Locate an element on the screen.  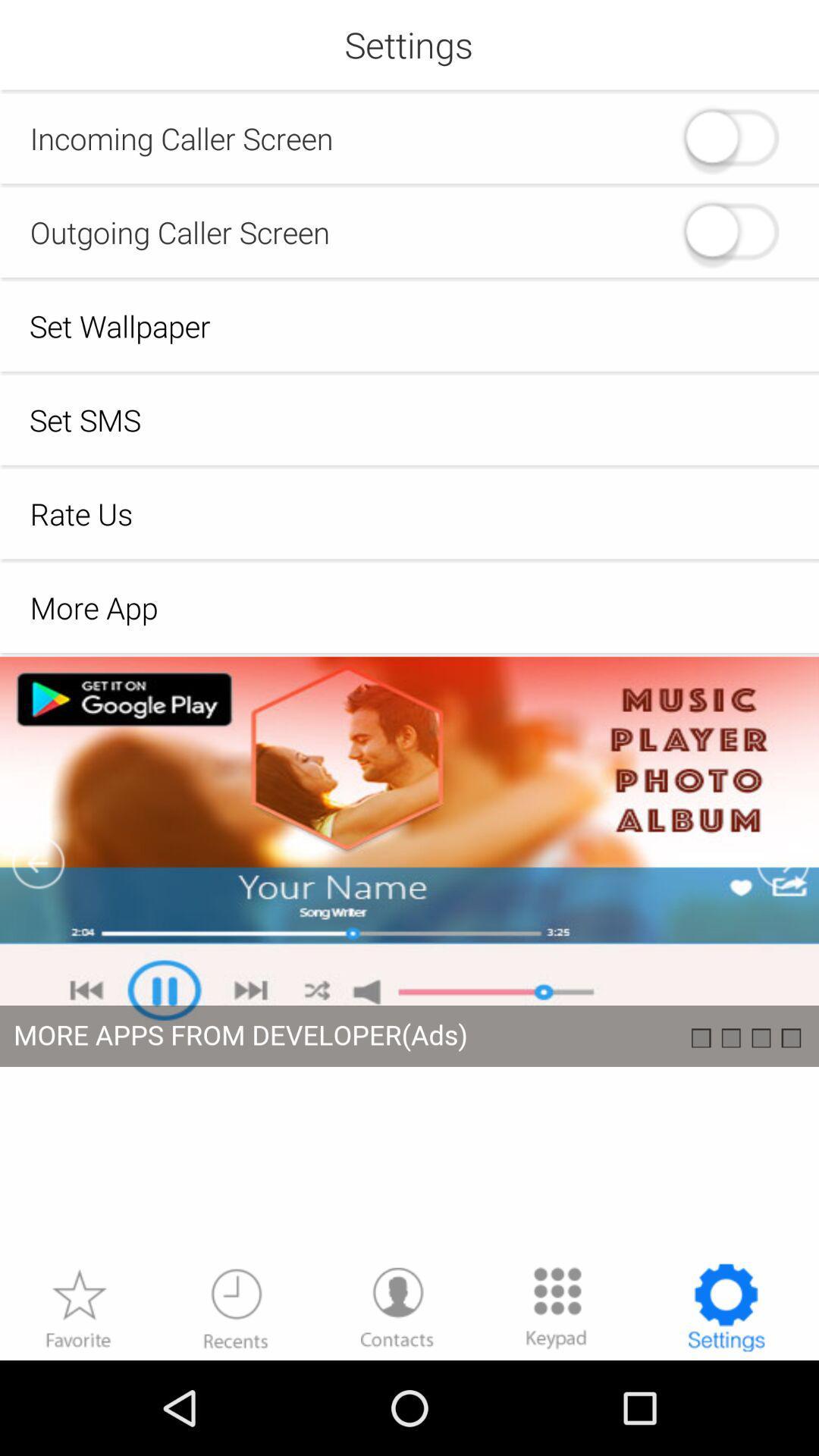
settings is located at coordinates (725, 1307).